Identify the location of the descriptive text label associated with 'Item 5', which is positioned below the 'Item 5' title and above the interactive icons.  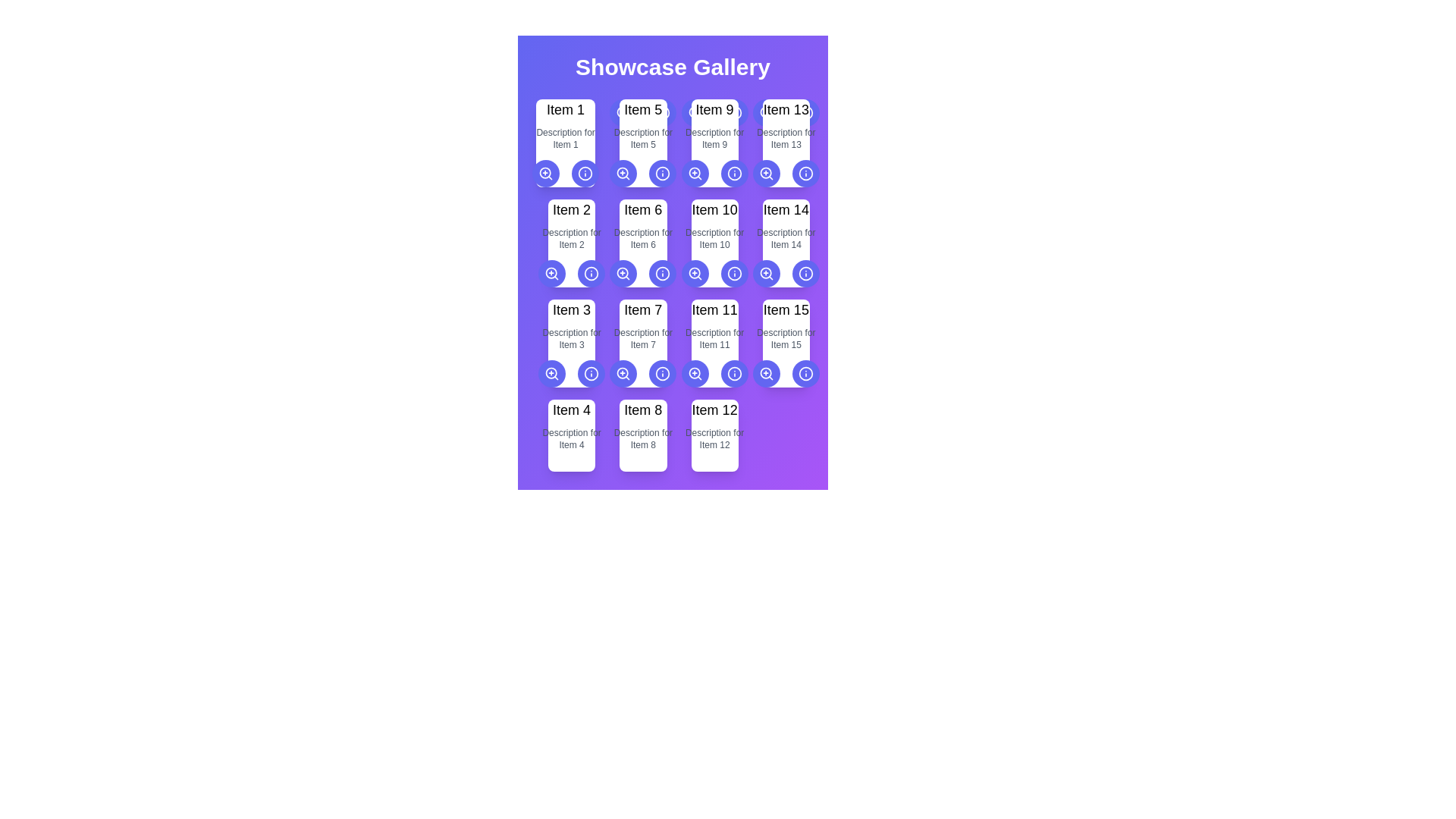
(643, 138).